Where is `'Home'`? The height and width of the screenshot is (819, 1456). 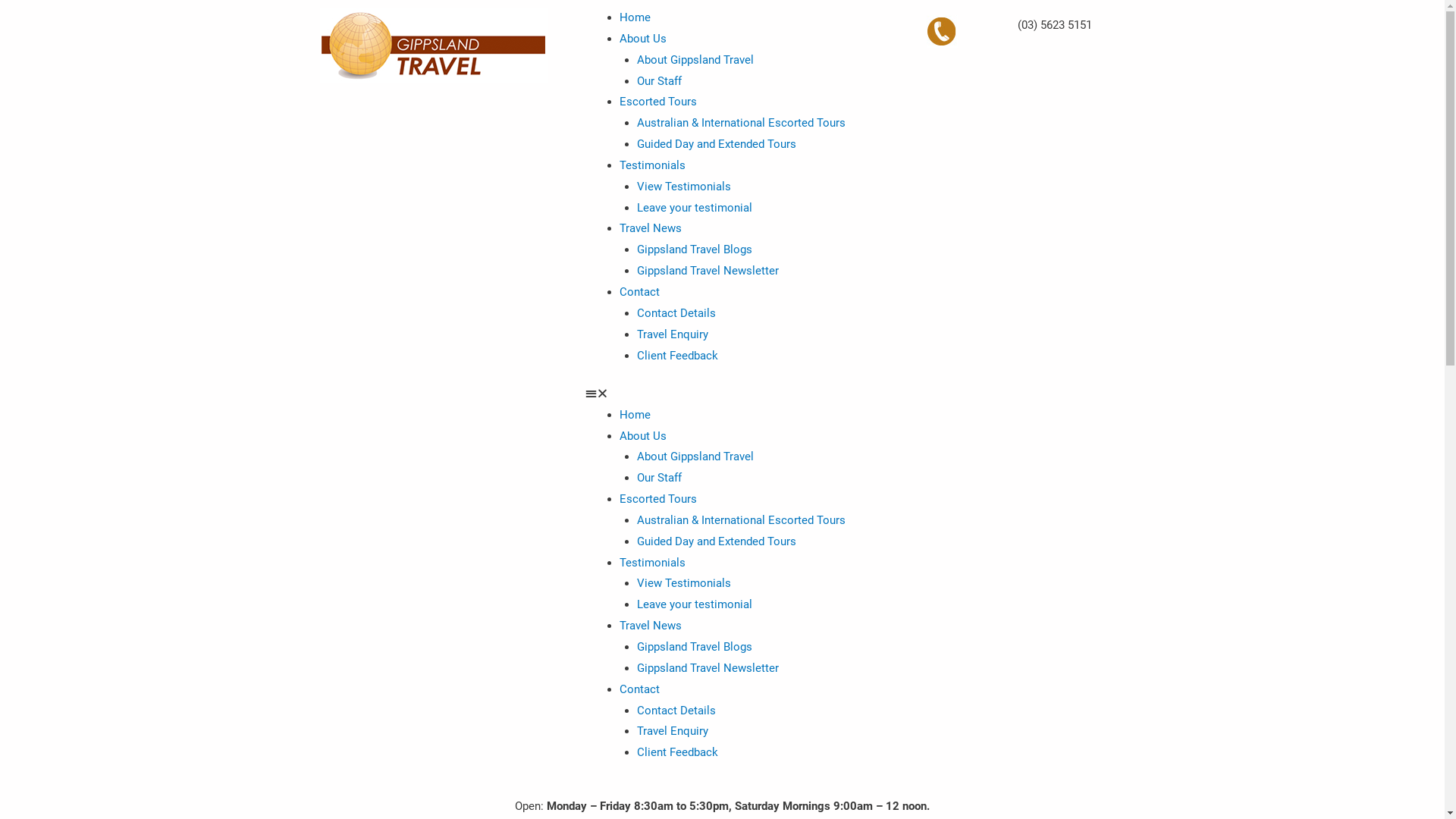
'Home' is located at coordinates (635, 17).